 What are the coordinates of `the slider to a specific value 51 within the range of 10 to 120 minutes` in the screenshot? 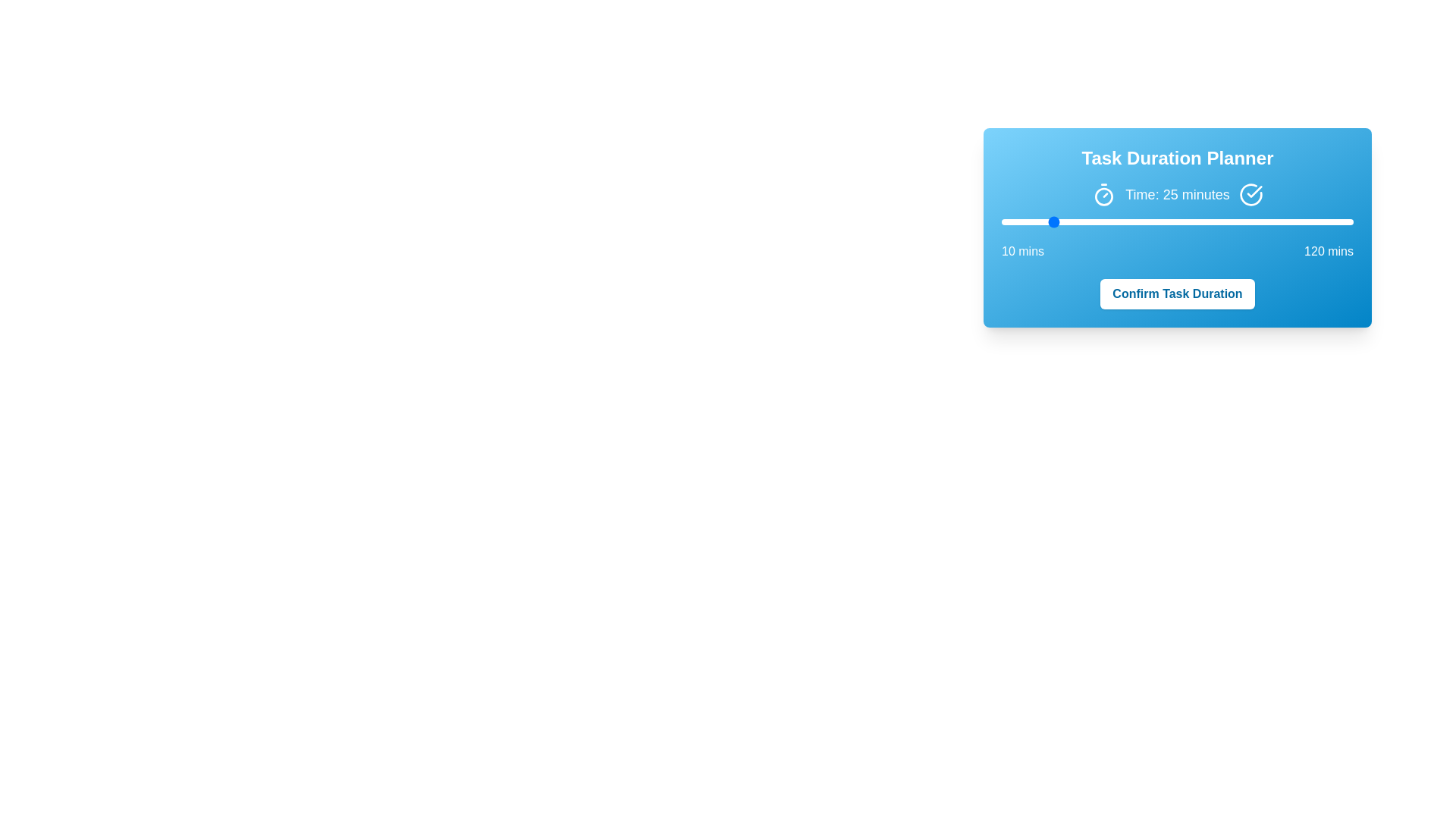 It's located at (1132, 222).